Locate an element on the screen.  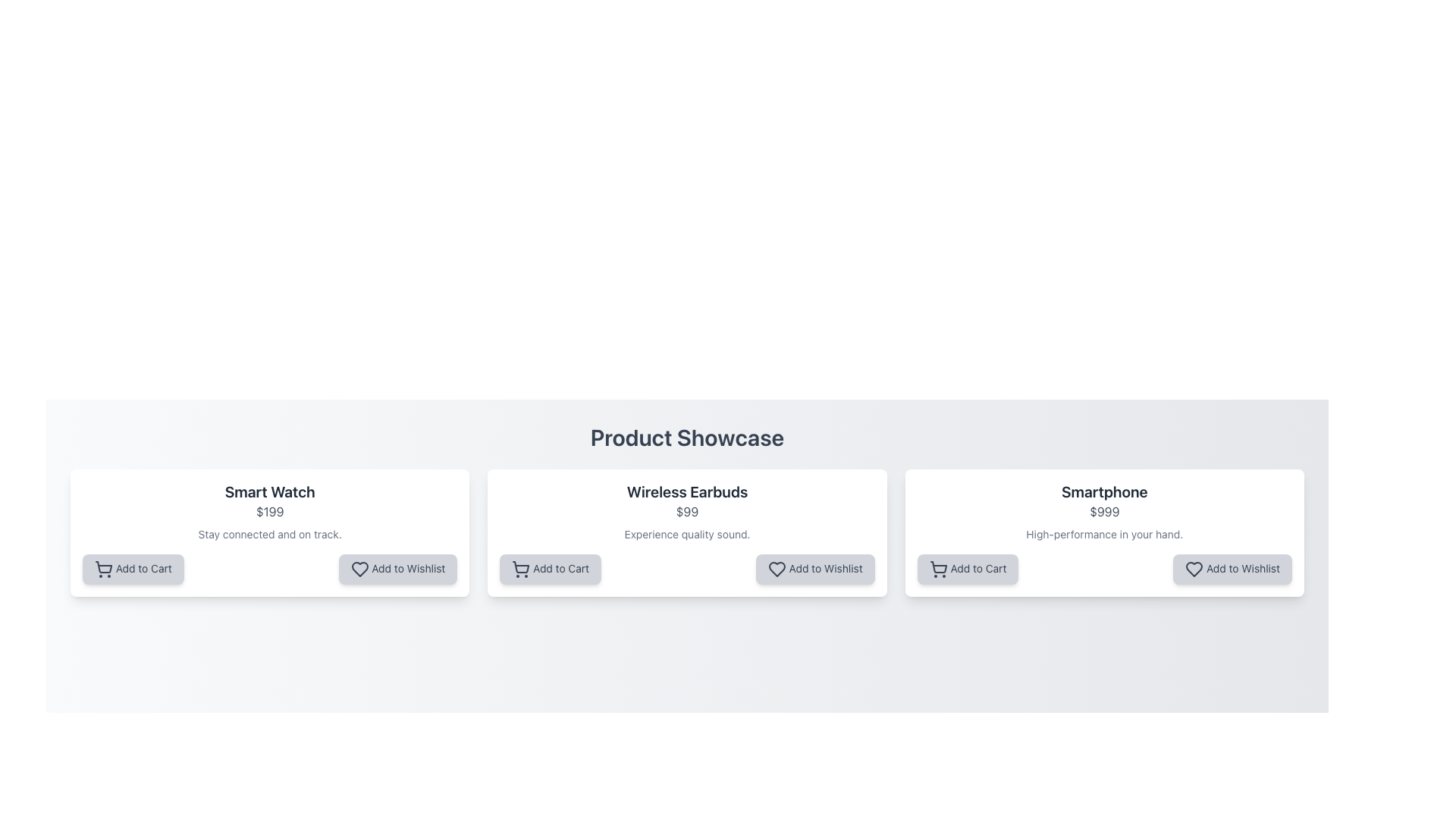
the 'Add to Wishlist' button, which is a rounded rectangle with a light gray background and dark gray text is located at coordinates (397, 570).